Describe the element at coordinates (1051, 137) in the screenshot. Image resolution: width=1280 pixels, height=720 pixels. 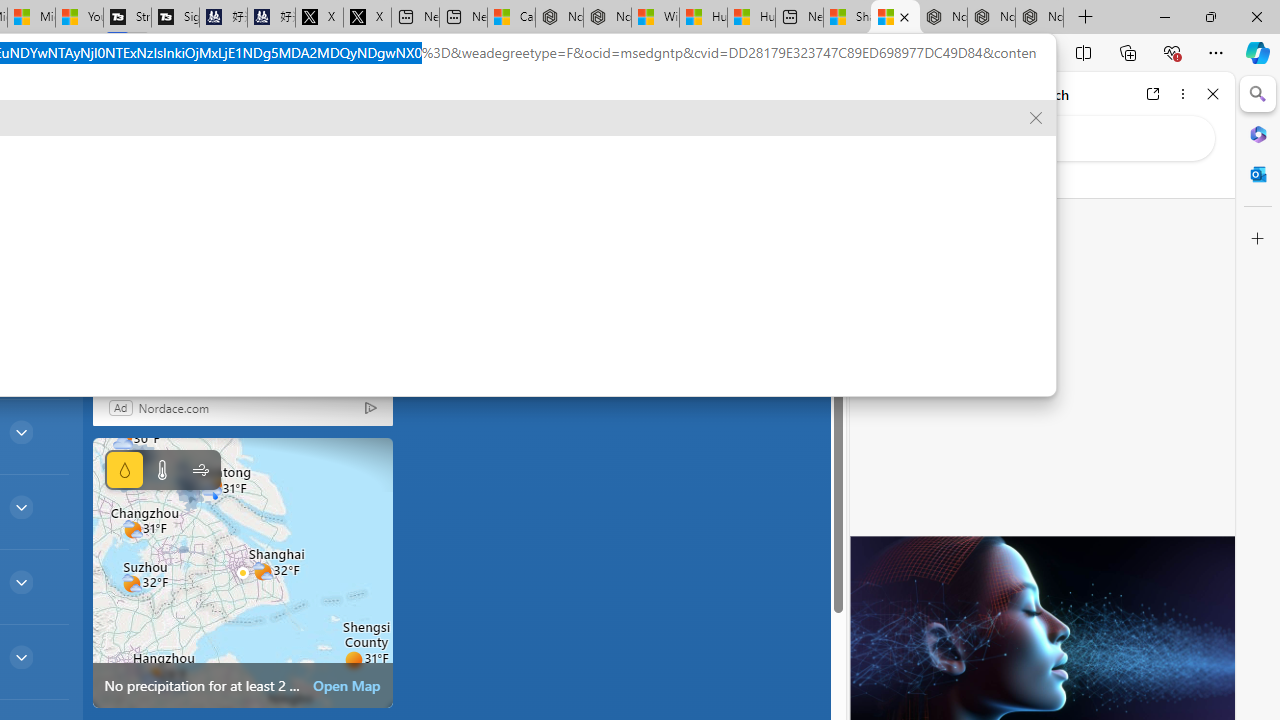
I see `'Search the web'` at that location.